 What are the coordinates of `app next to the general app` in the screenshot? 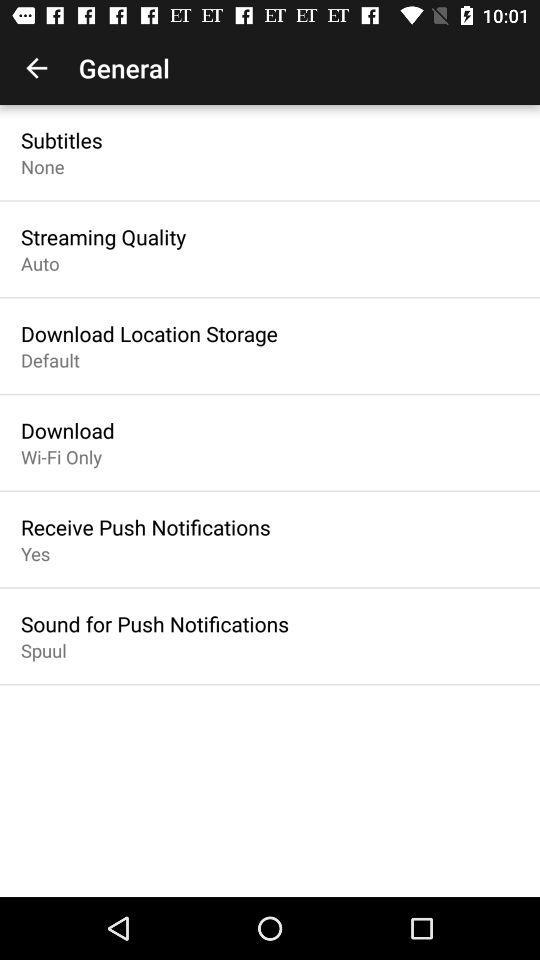 It's located at (36, 68).